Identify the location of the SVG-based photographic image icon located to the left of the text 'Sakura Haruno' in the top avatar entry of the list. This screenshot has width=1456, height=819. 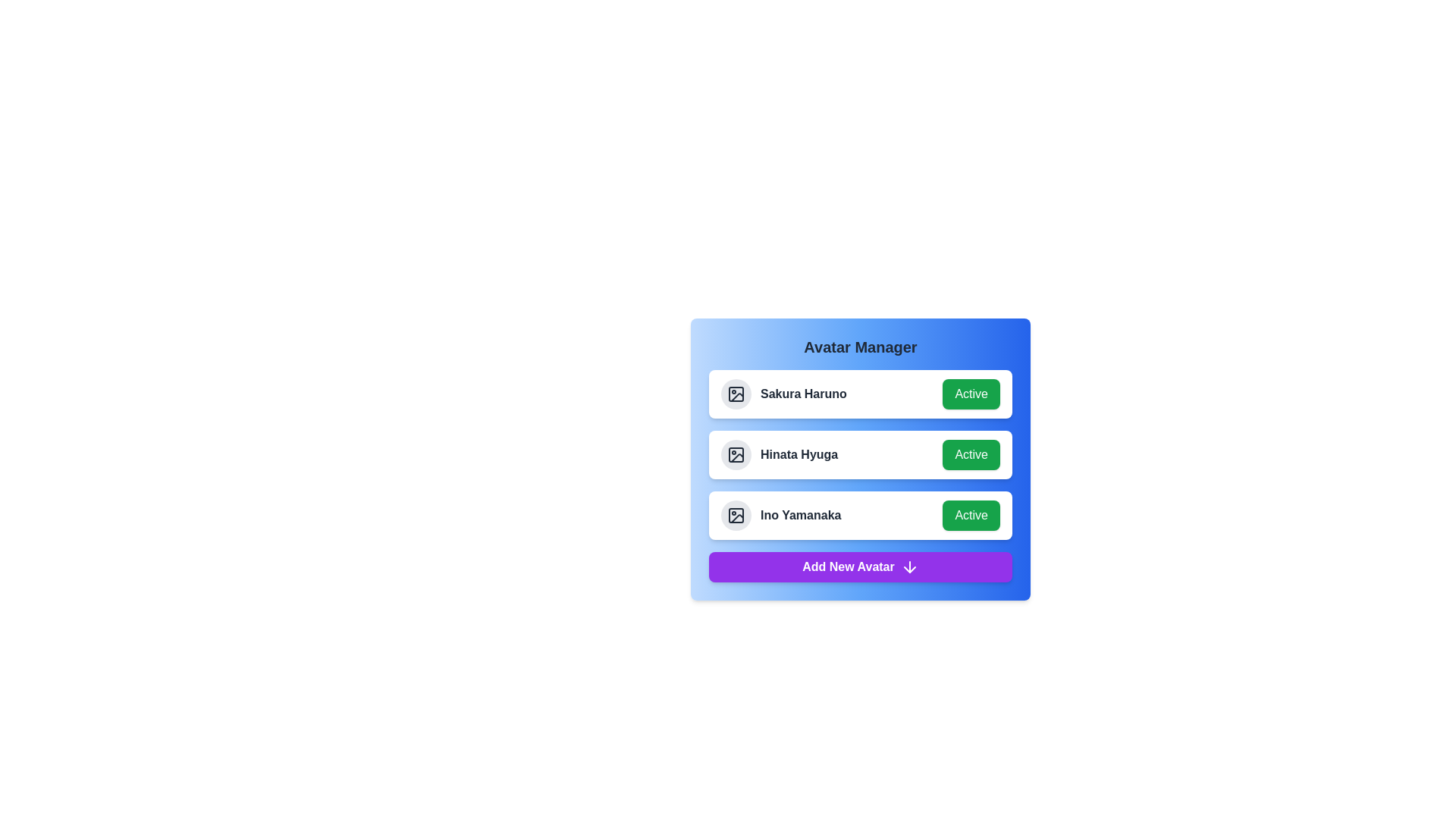
(736, 394).